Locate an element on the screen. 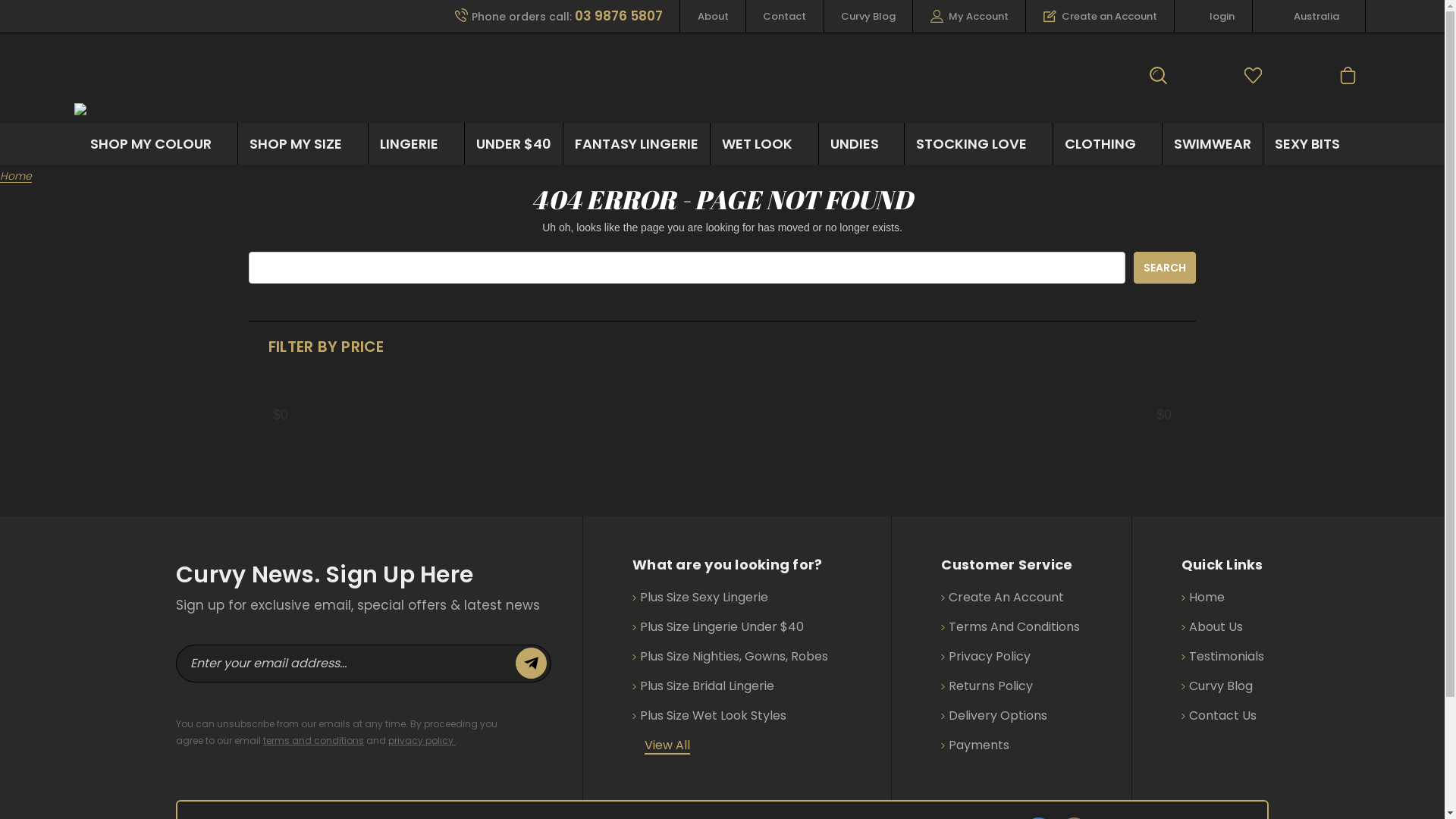 The height and width of the screenshot is (819, 1456). 'Terms And Conditions' is located at coordinates (1010, 626).